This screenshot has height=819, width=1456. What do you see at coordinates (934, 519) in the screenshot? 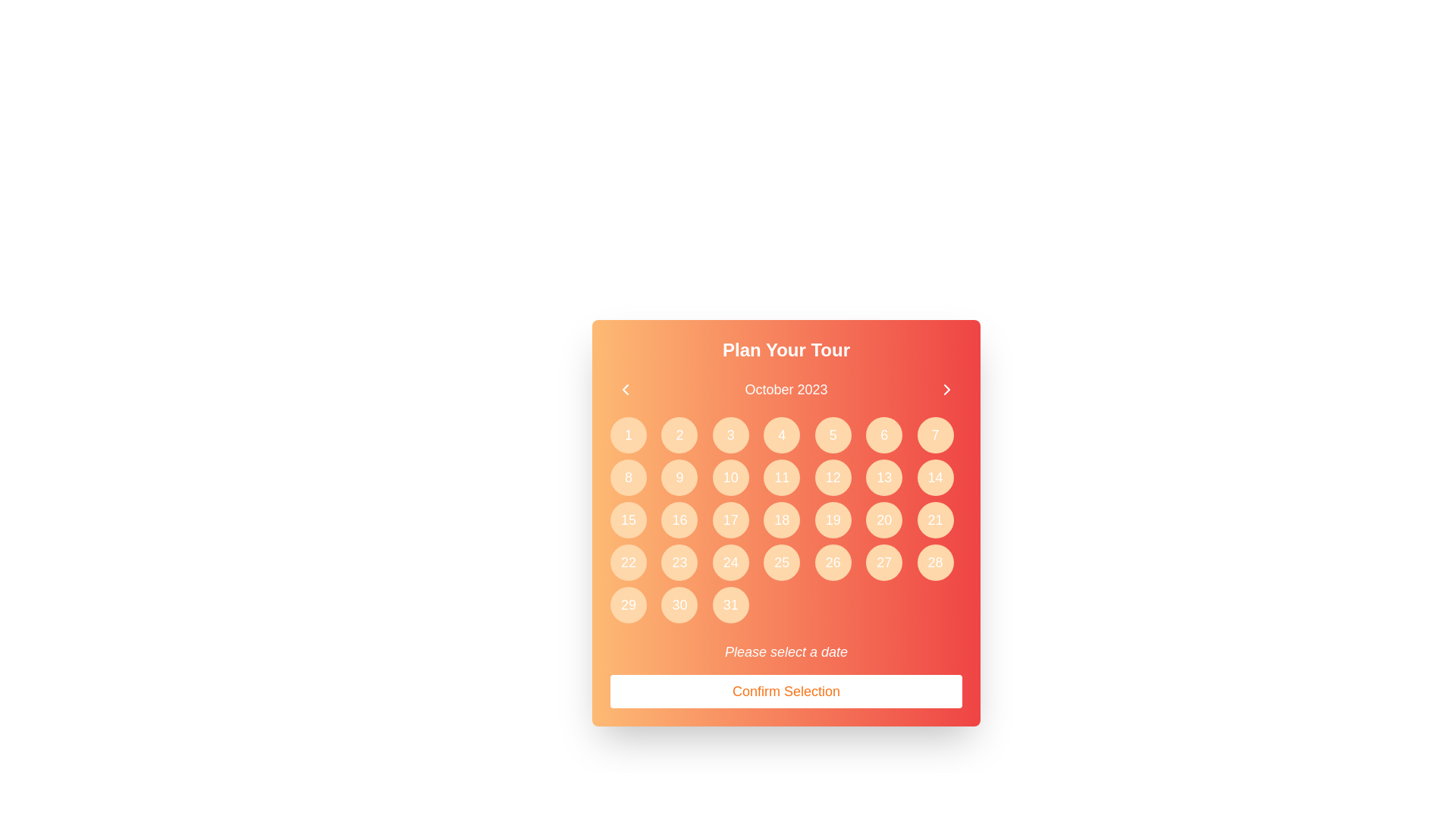
I see `the circular button with a light orange background and a white number '21' centered within it` at bounding box center [934, 519].